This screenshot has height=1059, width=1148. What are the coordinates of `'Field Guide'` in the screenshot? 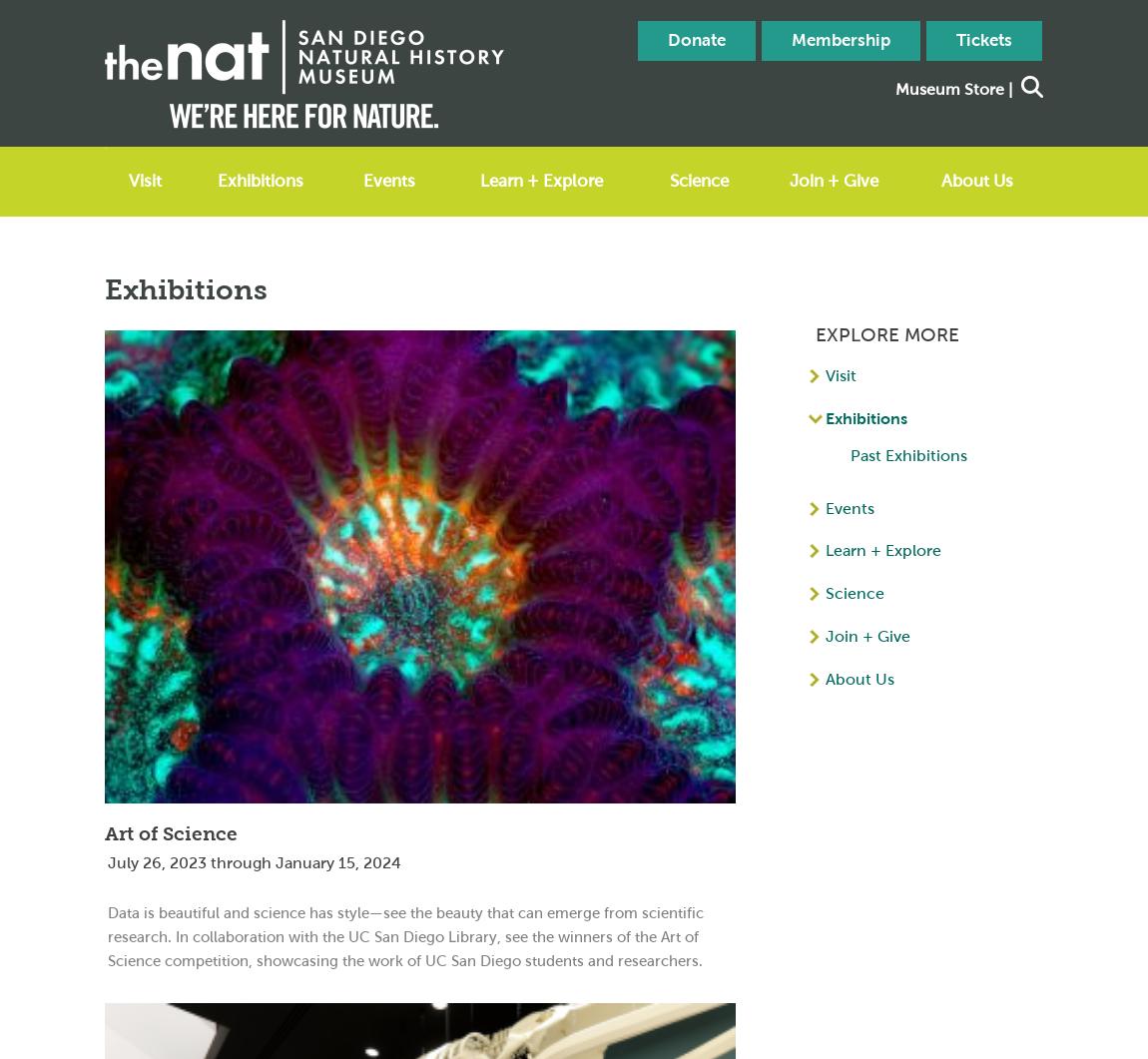 It's located at (695, 330).